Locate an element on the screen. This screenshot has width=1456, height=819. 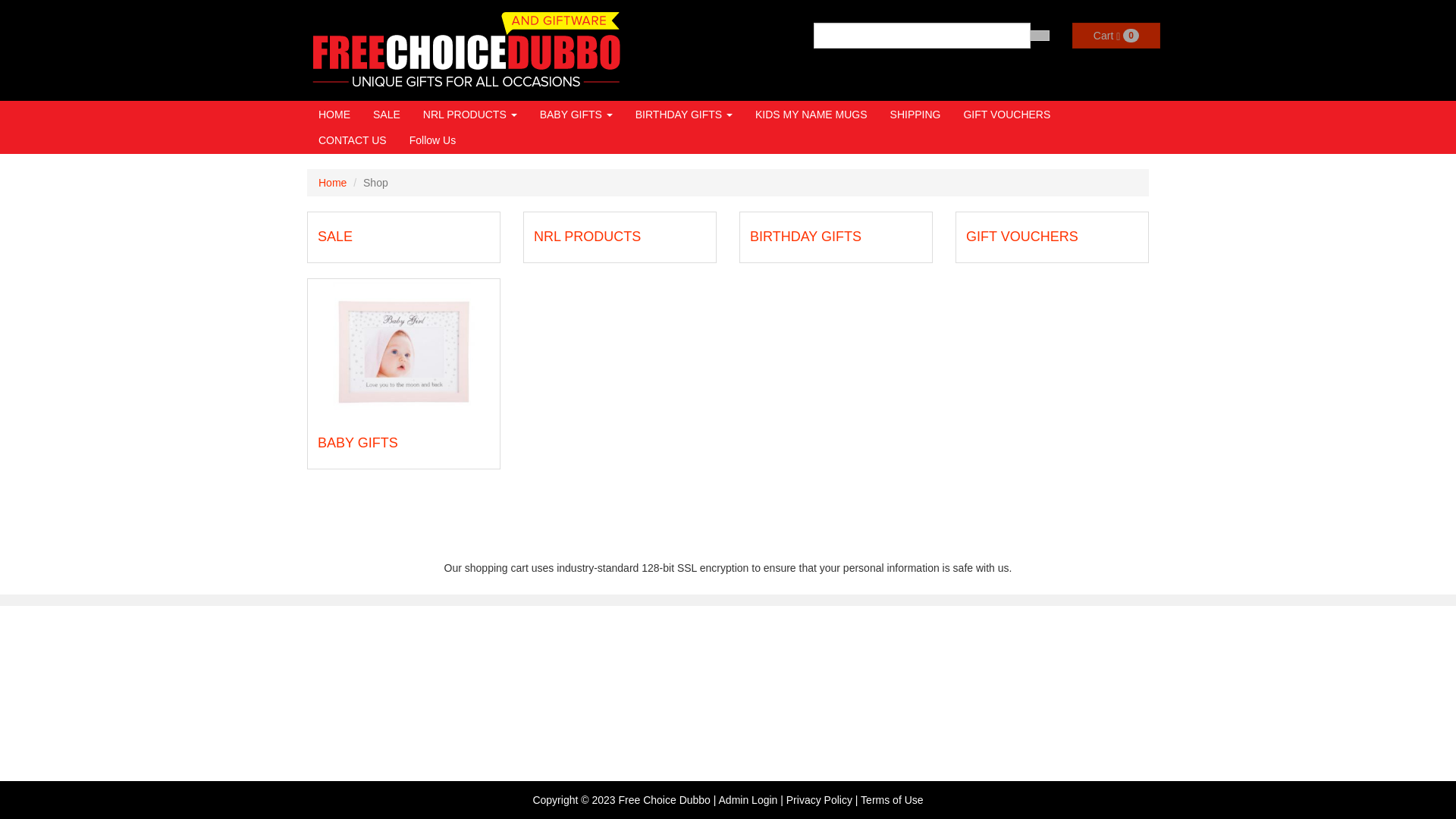
'Follow Us' is located at coordinates (431, 140).